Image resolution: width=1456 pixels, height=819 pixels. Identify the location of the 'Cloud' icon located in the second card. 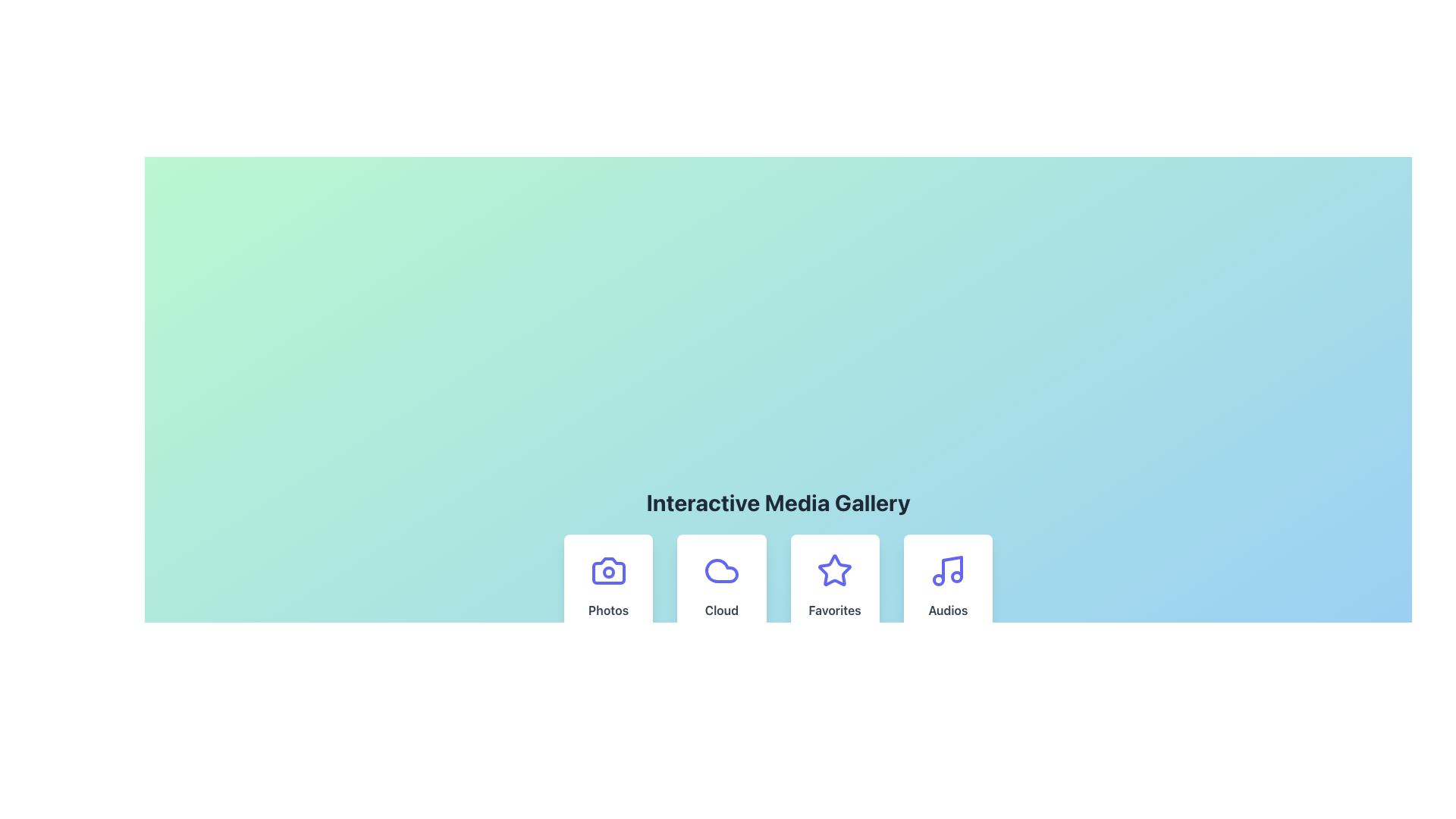
(720, 570).